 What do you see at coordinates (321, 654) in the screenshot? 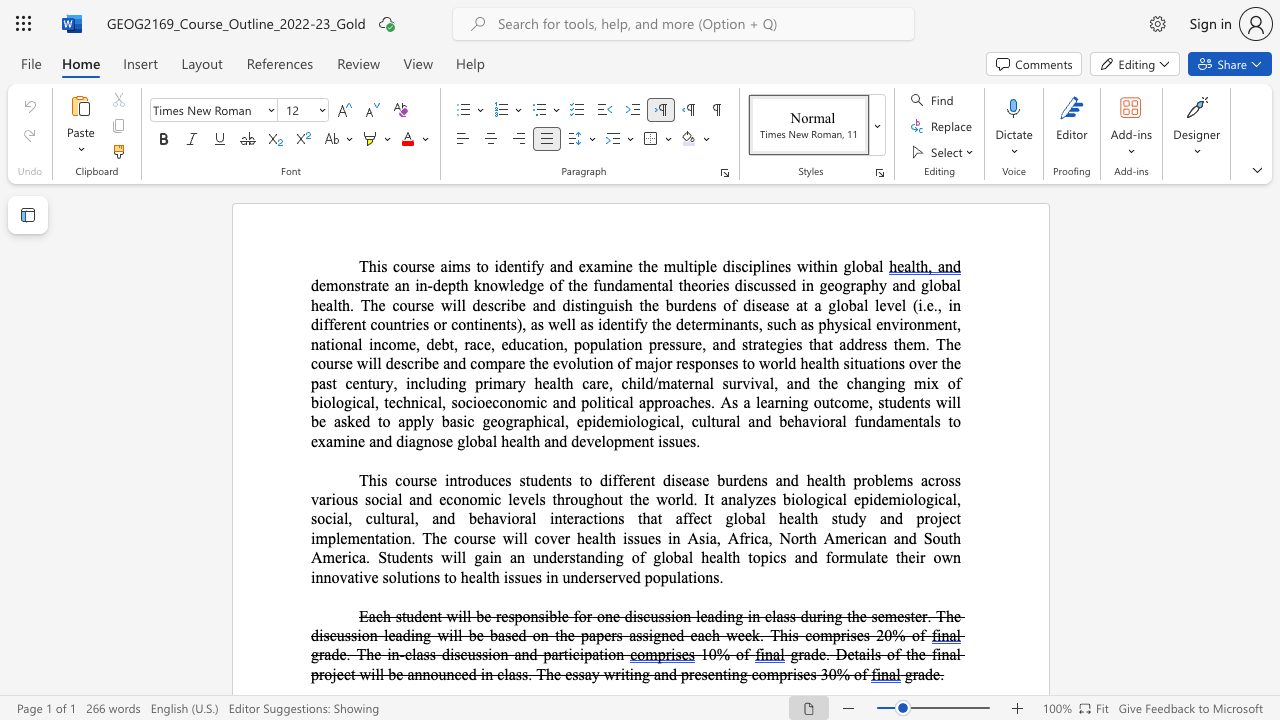
I see `the 1th character "r" in the text` at bounding box center [321, 654].